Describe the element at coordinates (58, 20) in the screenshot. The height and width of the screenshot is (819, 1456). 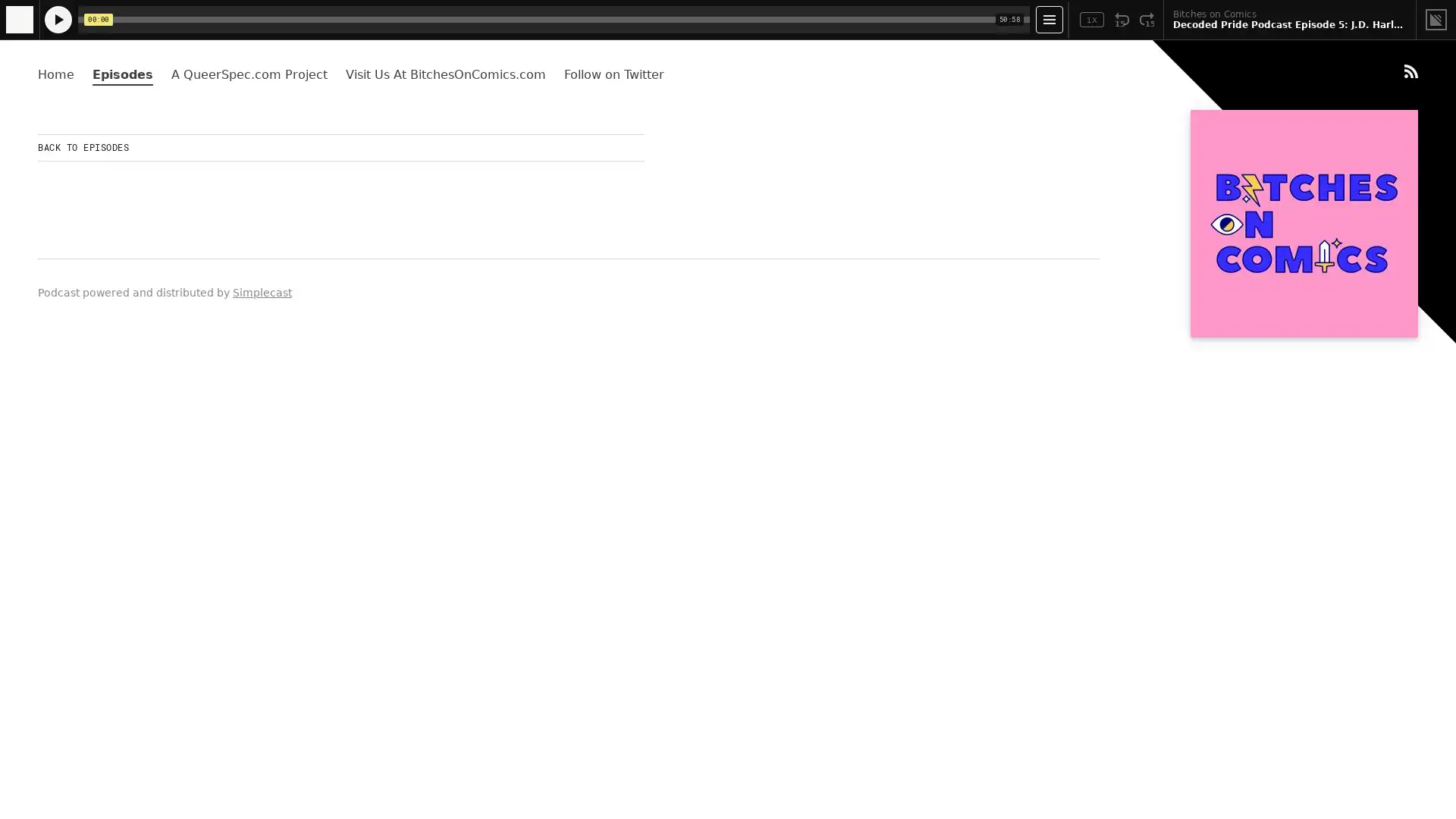
I see `Play` at that location.